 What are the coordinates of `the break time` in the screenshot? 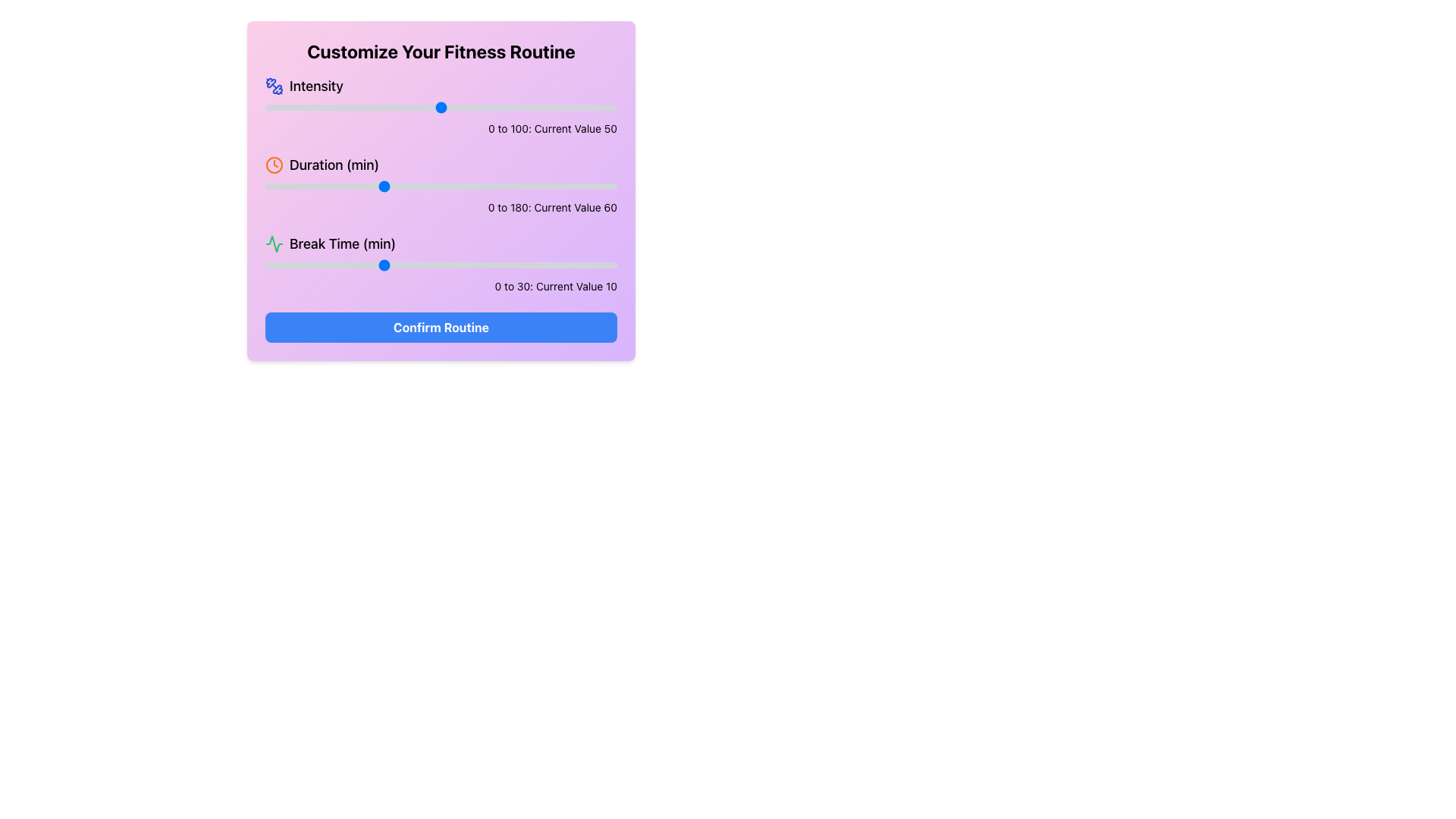 It's located at (581, 265).